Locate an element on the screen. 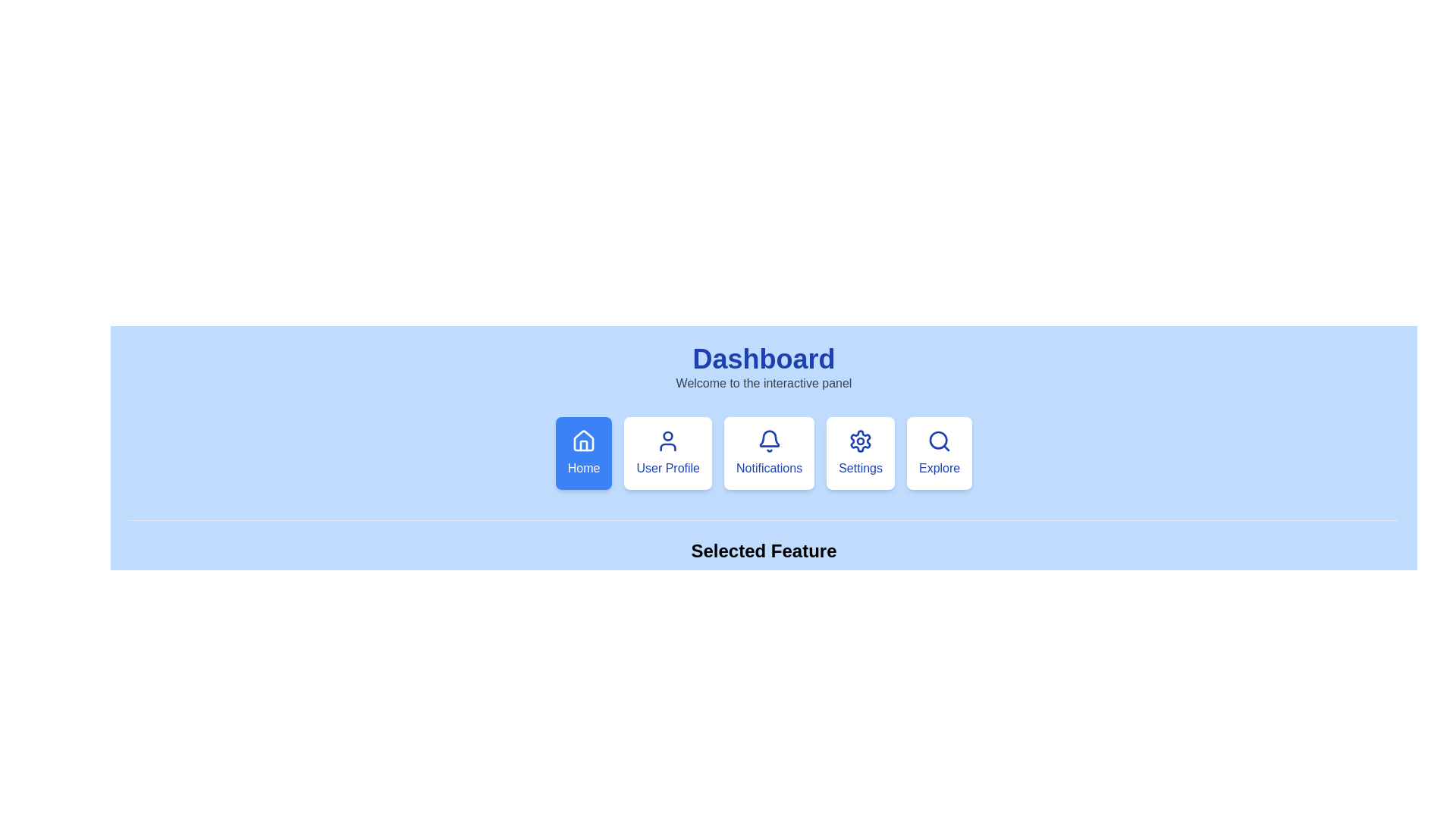 This screenshot has width=1456, height=819. the 'User Profile' icon located at the top portion of the 'User Profile' card in the navigation row beneath the 'Dashboard' title is located at coordinates (667, 441).